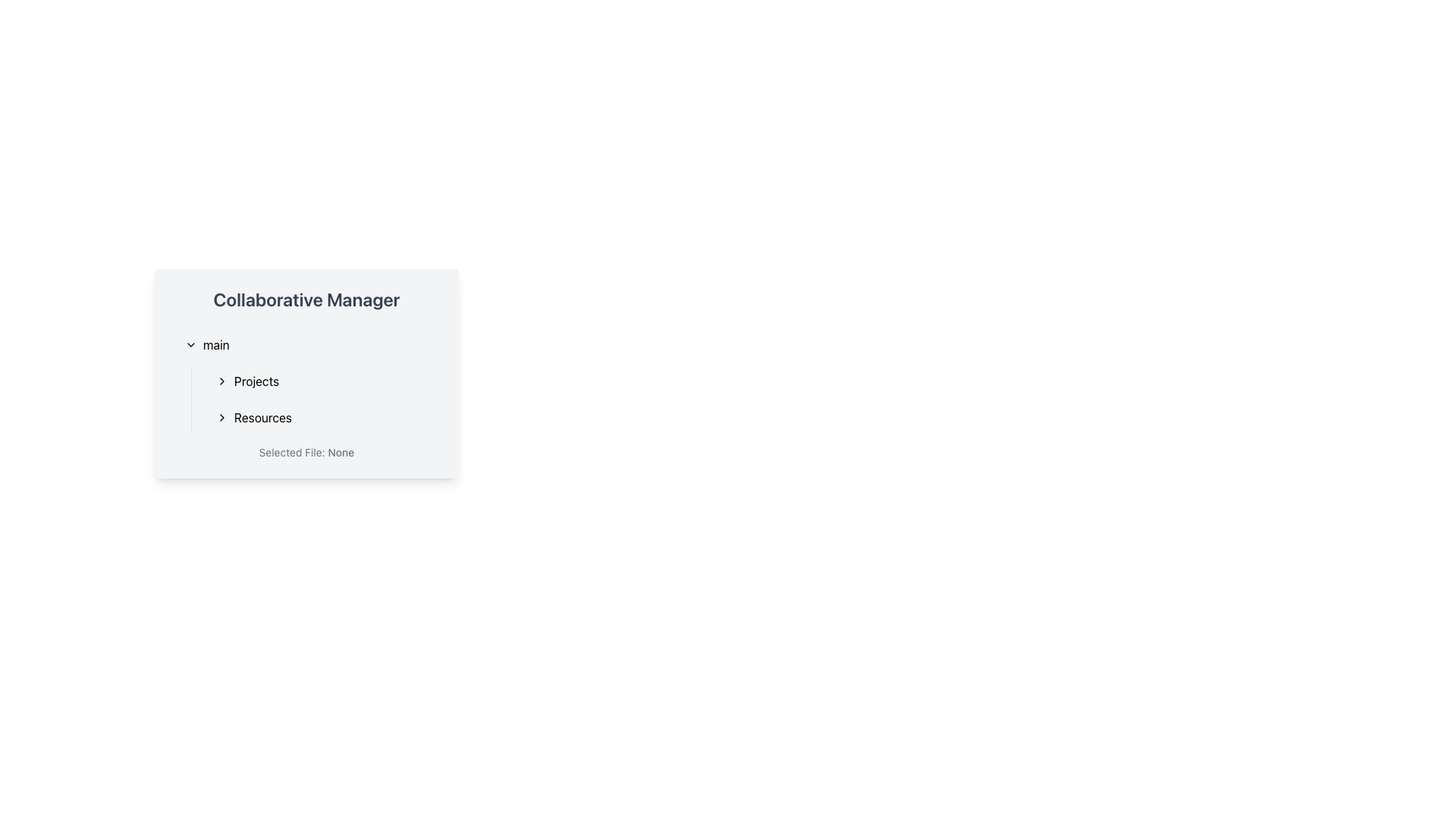  Describe the element at coordinates (190, 345) in the screenshot. I see `the downward chevron icon located to the left of the text 'main' in the 'Collaborative Manager' menu for possible visual feedback` at that location.